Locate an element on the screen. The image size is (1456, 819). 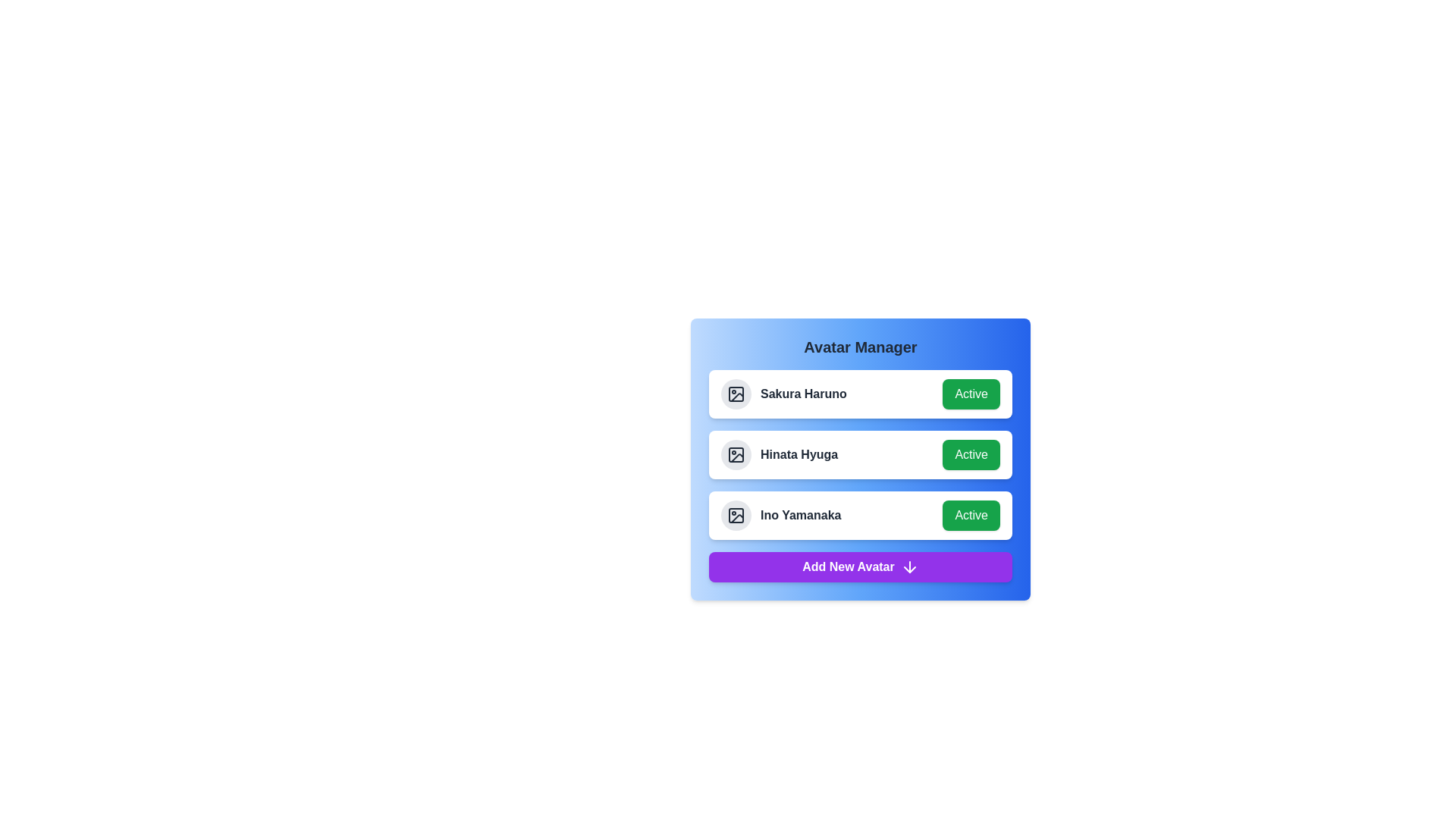
the avatar placeholder icon in the Avatar Manager component, located in the leftmost segment of the third row, aligned with the user's name and the green 'Active' indicator is located at coordinates (736, 514).